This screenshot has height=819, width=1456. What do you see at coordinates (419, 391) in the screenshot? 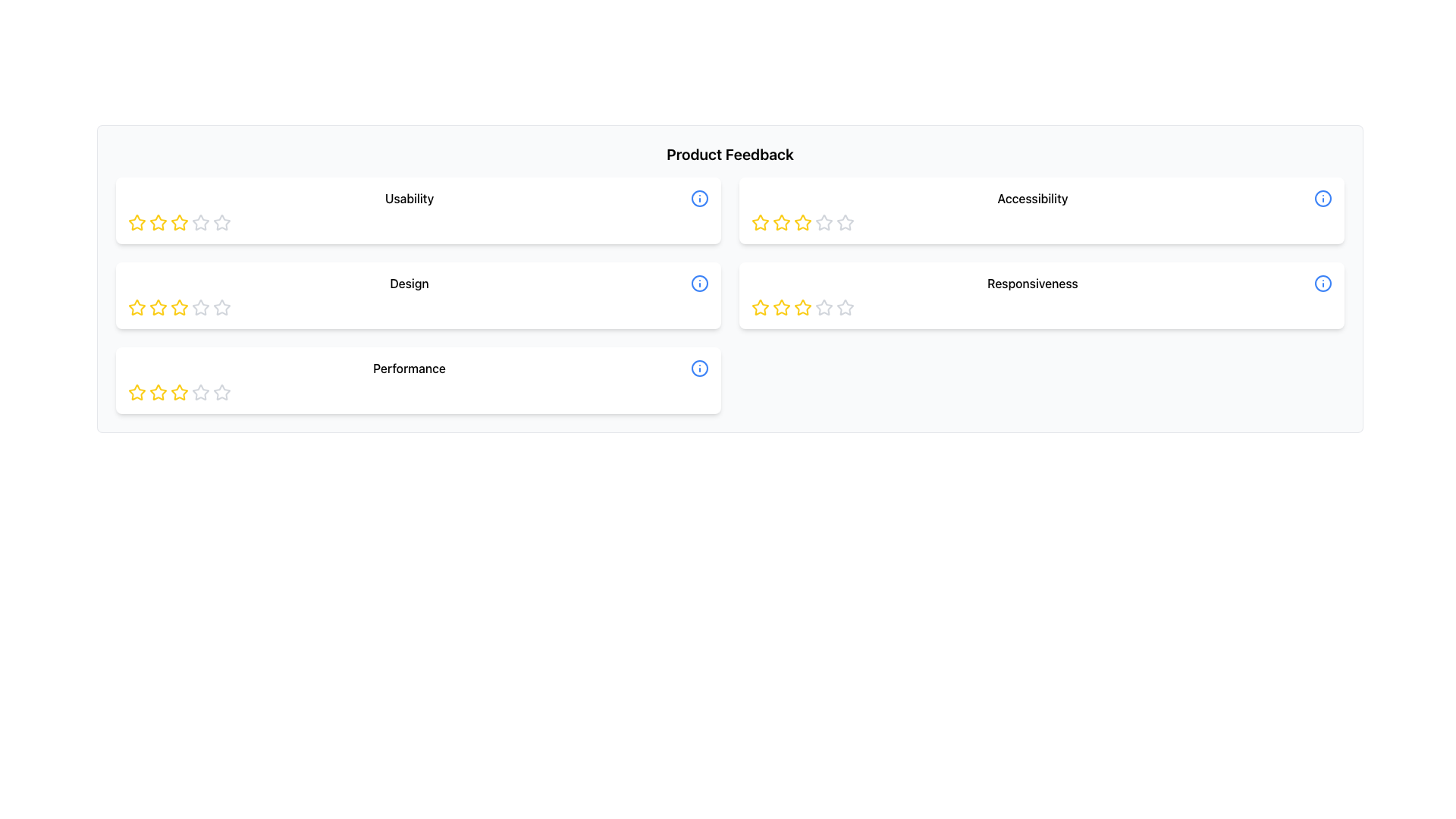
I see `a star in the Interactive rating stars component located at the bottom of the 'Performance' card` at bounding box center [419, 391].